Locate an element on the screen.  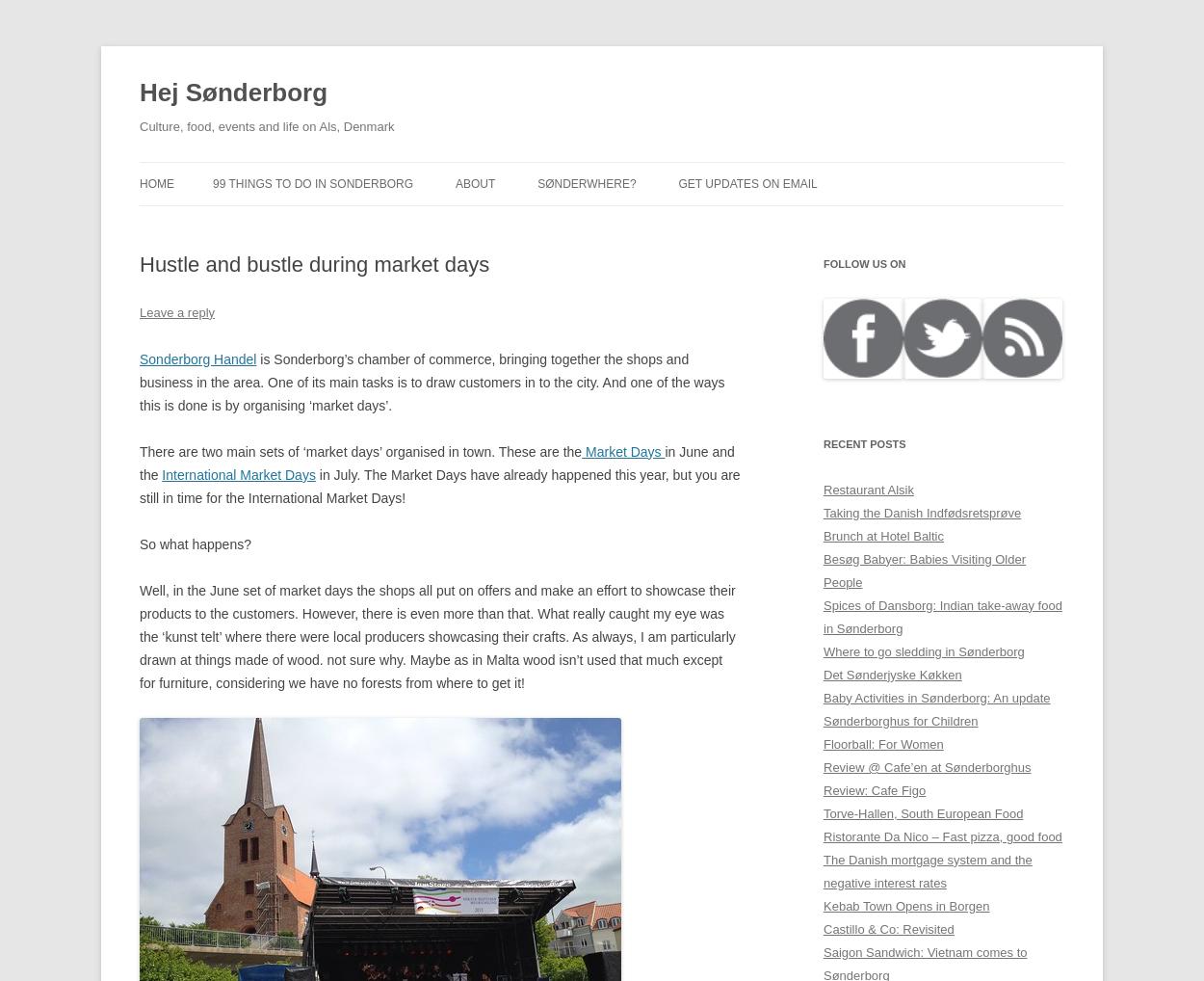
'Hej Sønderborg' is located at coordinates (232, 92).